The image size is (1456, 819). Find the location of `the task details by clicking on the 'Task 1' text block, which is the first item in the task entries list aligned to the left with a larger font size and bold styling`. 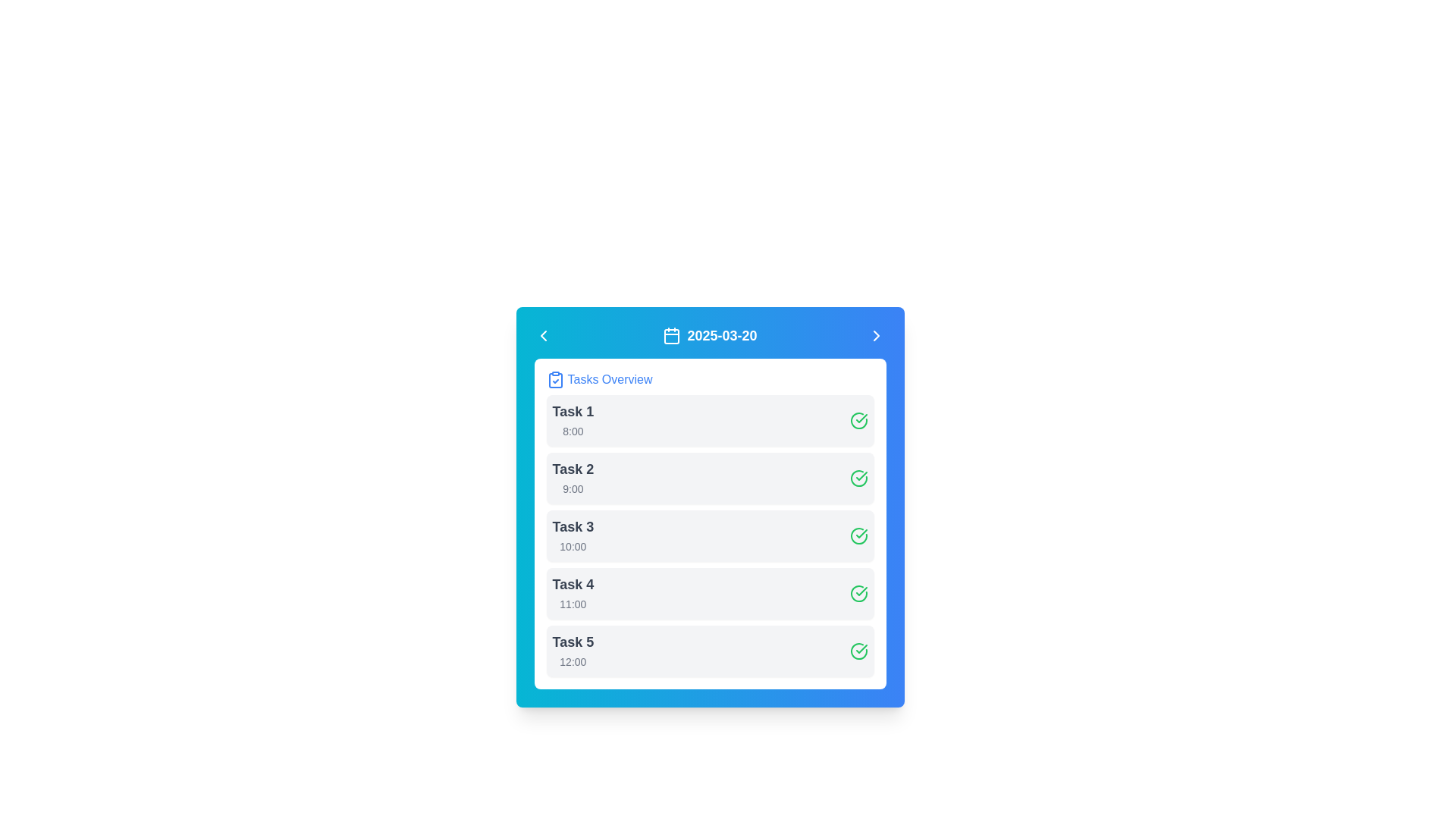

the task details by clicking on the 'Task 1' text block, which is the first item in the task entries list aligned to the left with a larger font size and bold styling is located at coordinates (572, 421).